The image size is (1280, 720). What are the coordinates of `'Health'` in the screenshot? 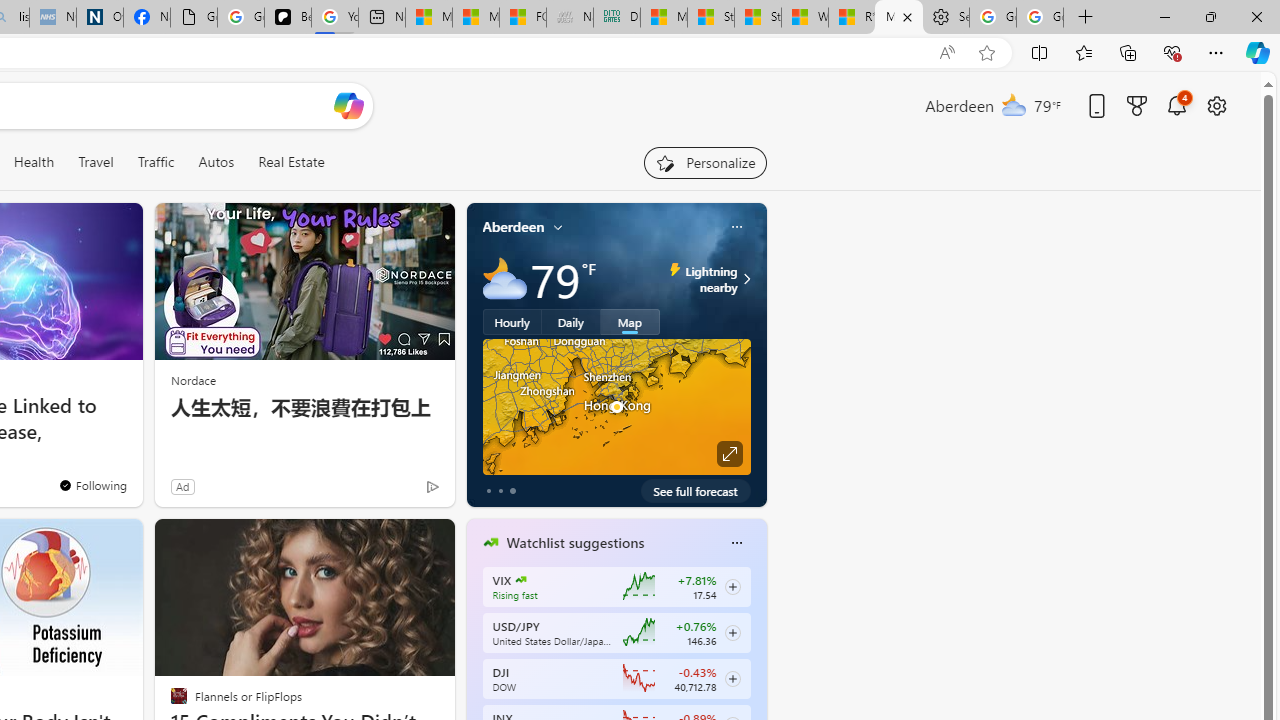 It's located at (33, 161).